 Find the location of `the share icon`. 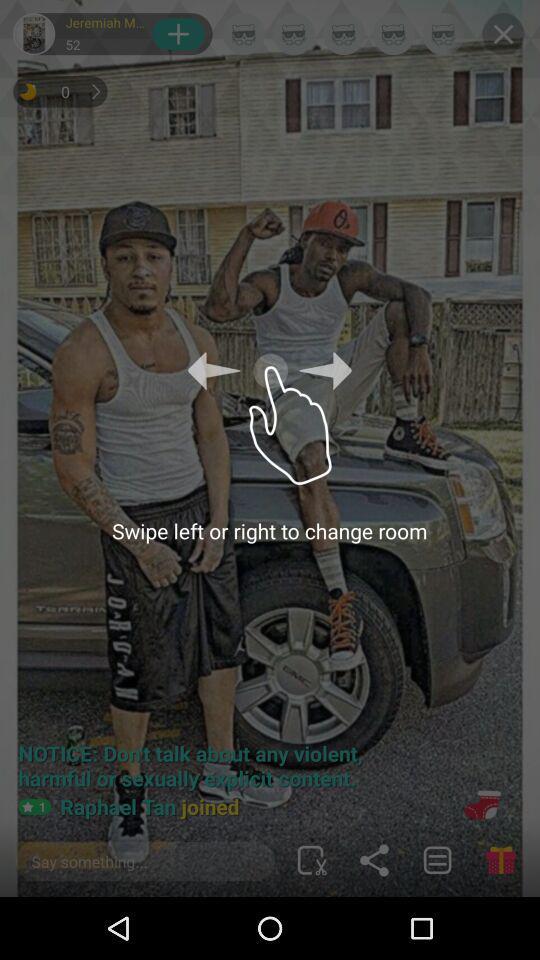

the share icon is located at coordinates (374, 859).